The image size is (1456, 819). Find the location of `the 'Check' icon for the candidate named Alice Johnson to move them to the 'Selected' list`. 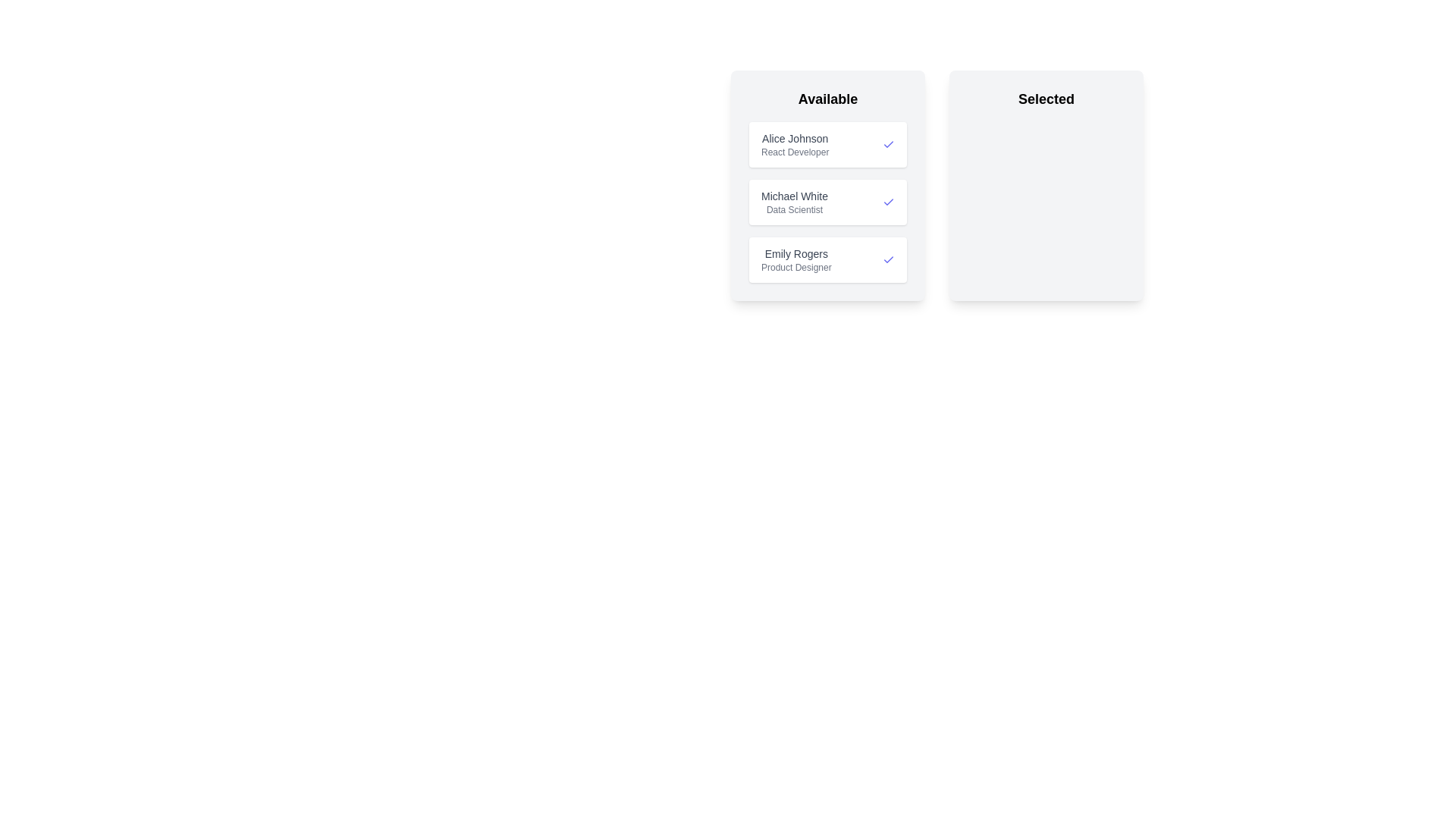

the 'Check' icon for the candidate named Alice Johnson to move them to the 'Selected' list is located at coordinates (888, 145).